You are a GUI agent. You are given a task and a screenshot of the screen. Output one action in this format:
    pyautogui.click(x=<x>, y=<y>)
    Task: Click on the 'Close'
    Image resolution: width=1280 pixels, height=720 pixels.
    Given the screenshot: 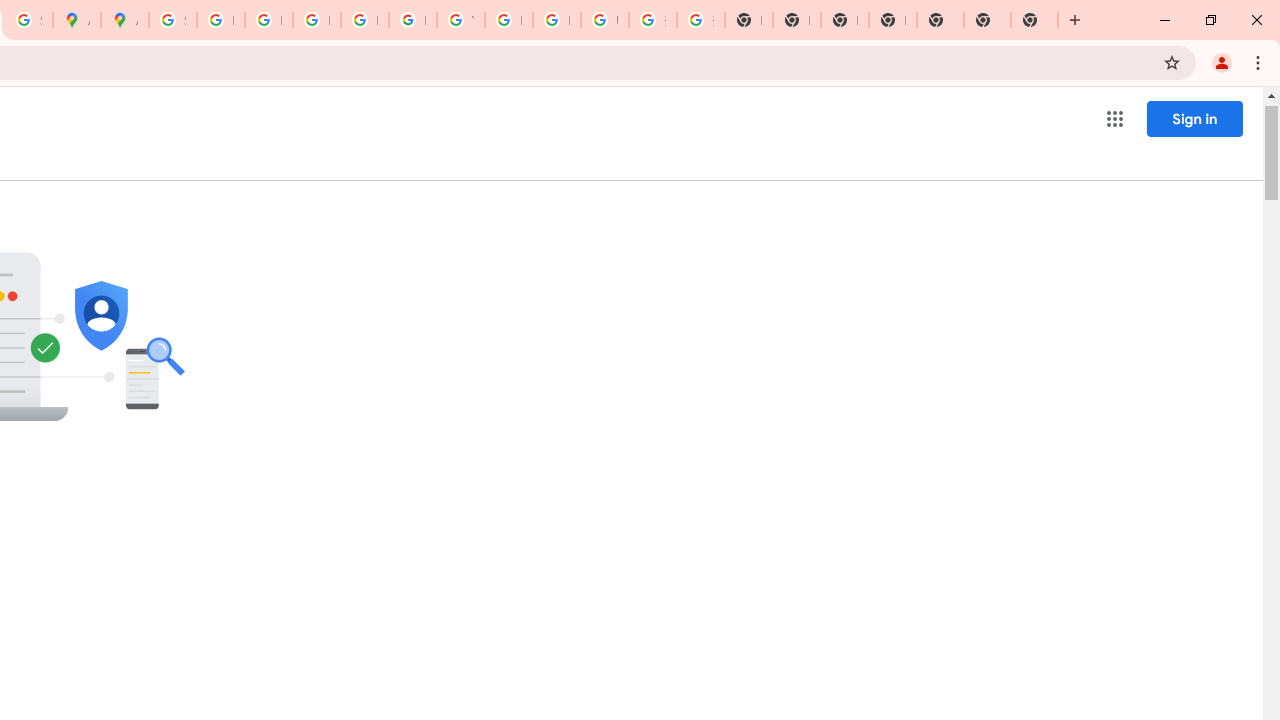 What is the action you would take?
    pyautogui.click(x=1255, y=20)
    